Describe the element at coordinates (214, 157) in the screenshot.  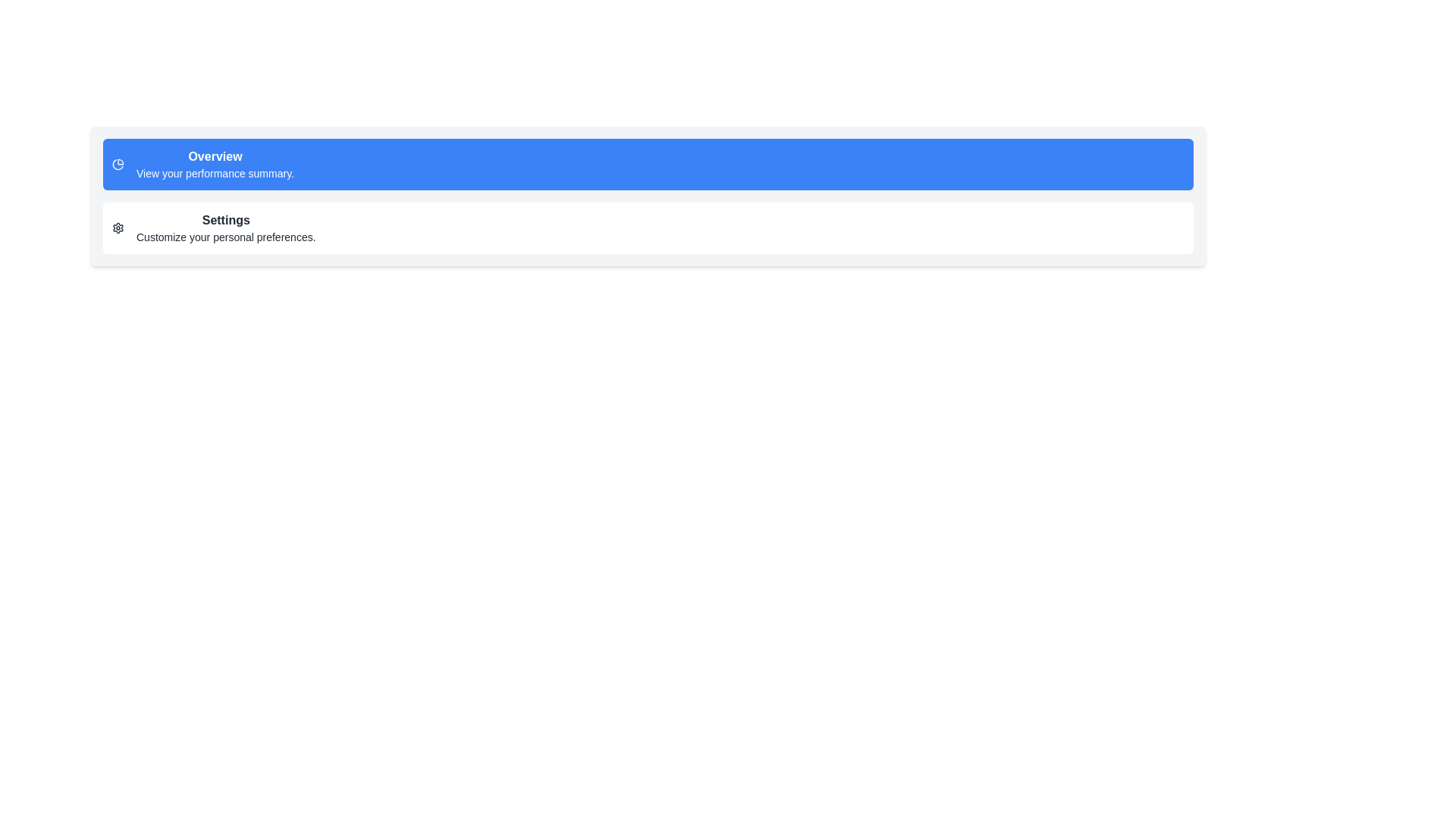
I see `the header text element that provides a concise summary of the section's content, located above the 'View your performance summary.' text` at that location.